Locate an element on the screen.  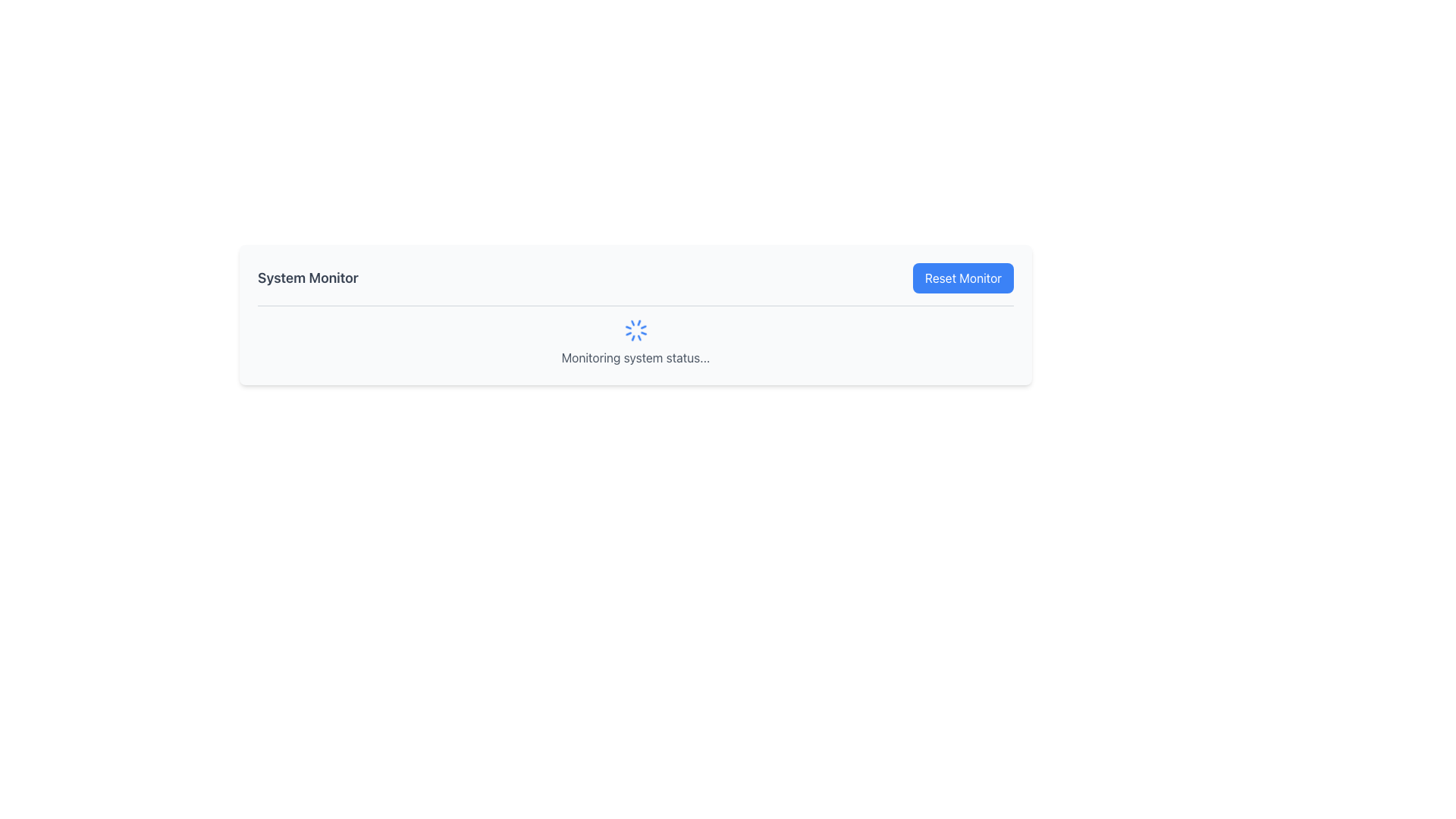
the loading spinner located at the center of the status card, which indicates an ongoing process is located at coordinates (635, 329).